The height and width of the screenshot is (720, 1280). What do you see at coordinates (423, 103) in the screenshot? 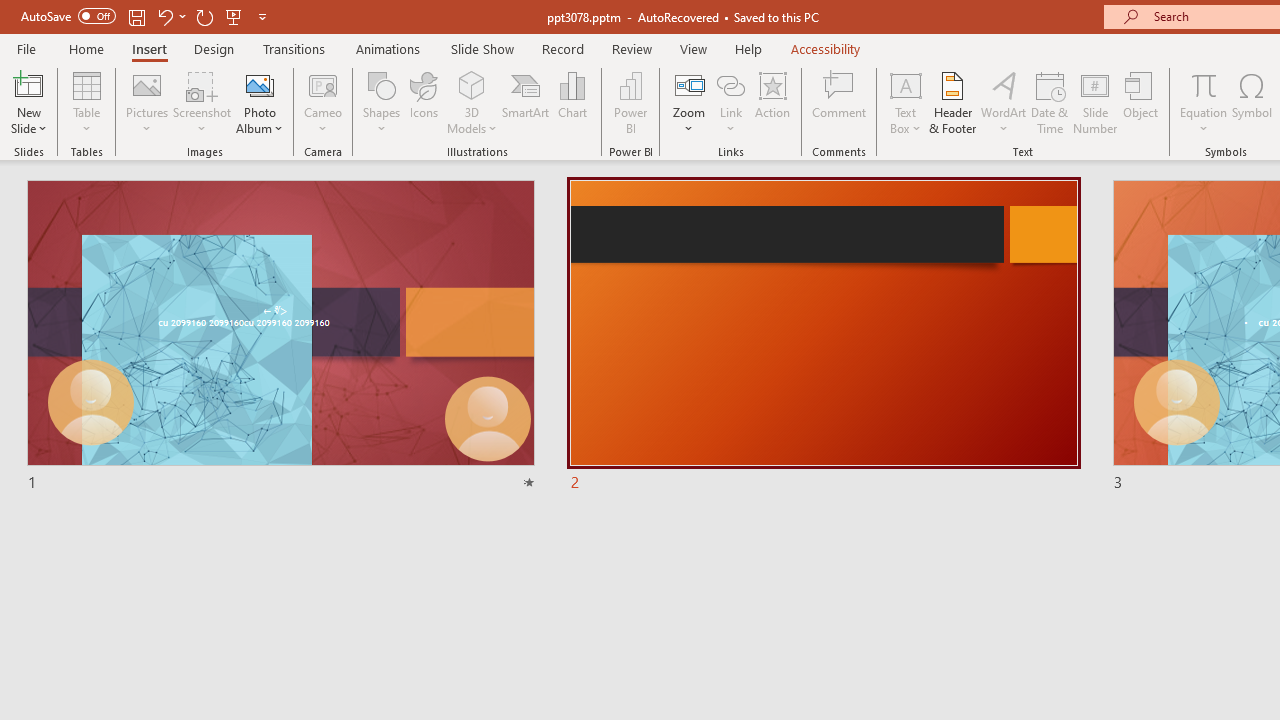
I see `'Icons'` at bounding box center [423, 103].